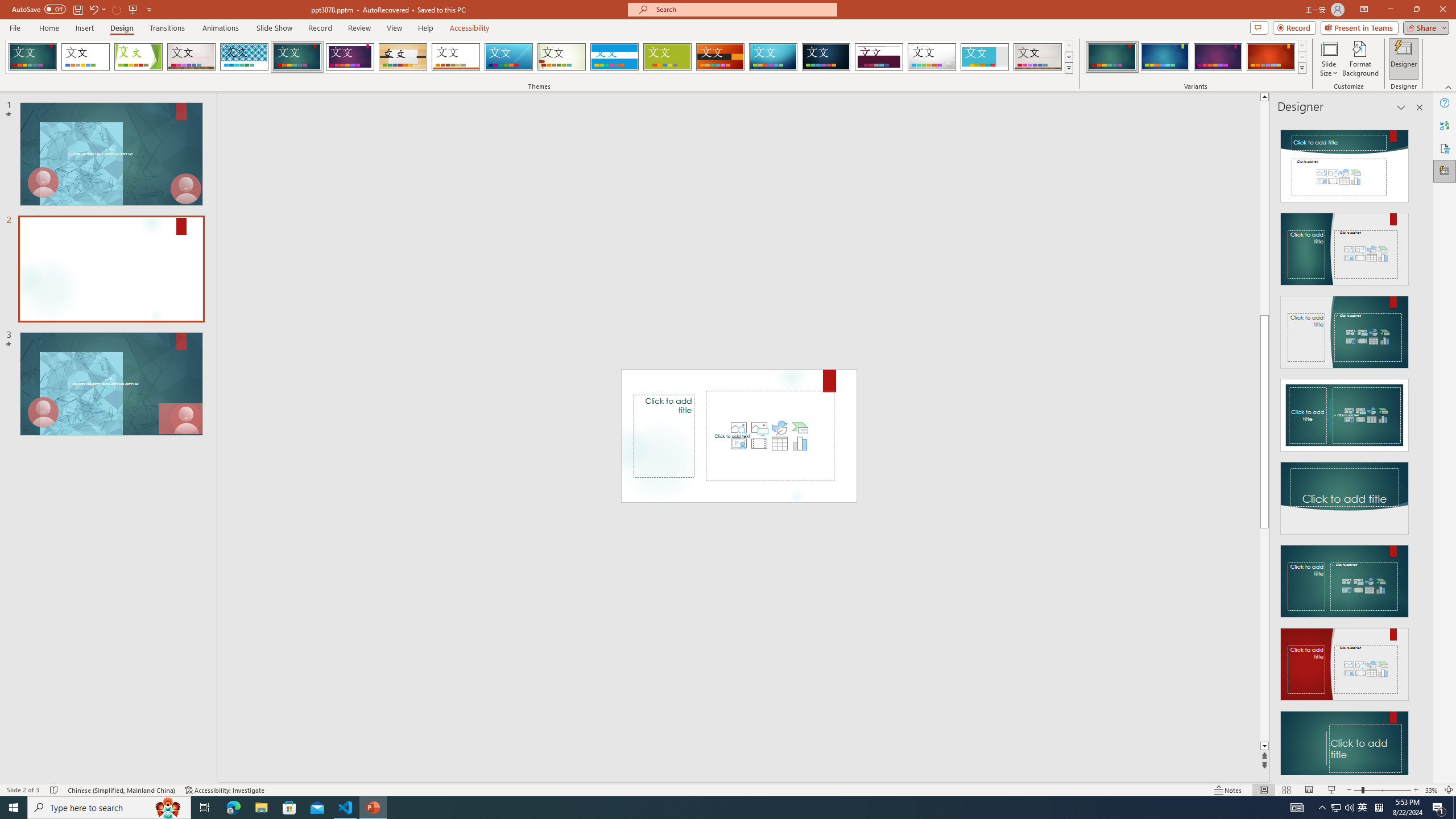 This screenshot has width=1456, height=819. I want to click on 'Facet', so click(138, 56).